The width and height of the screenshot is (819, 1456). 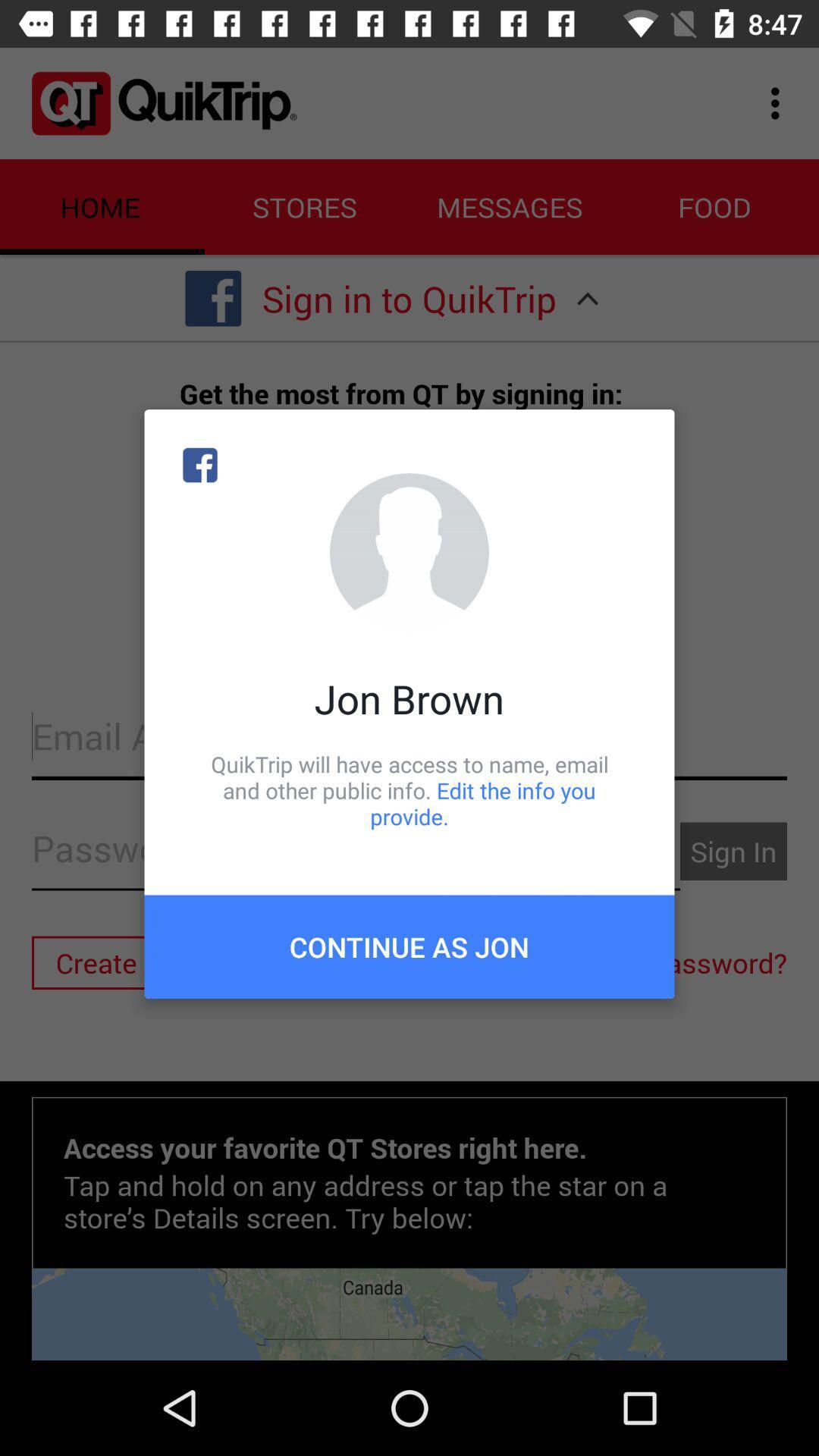 I want to click on the icon below jon brown icon, so click(x=409, y=789).